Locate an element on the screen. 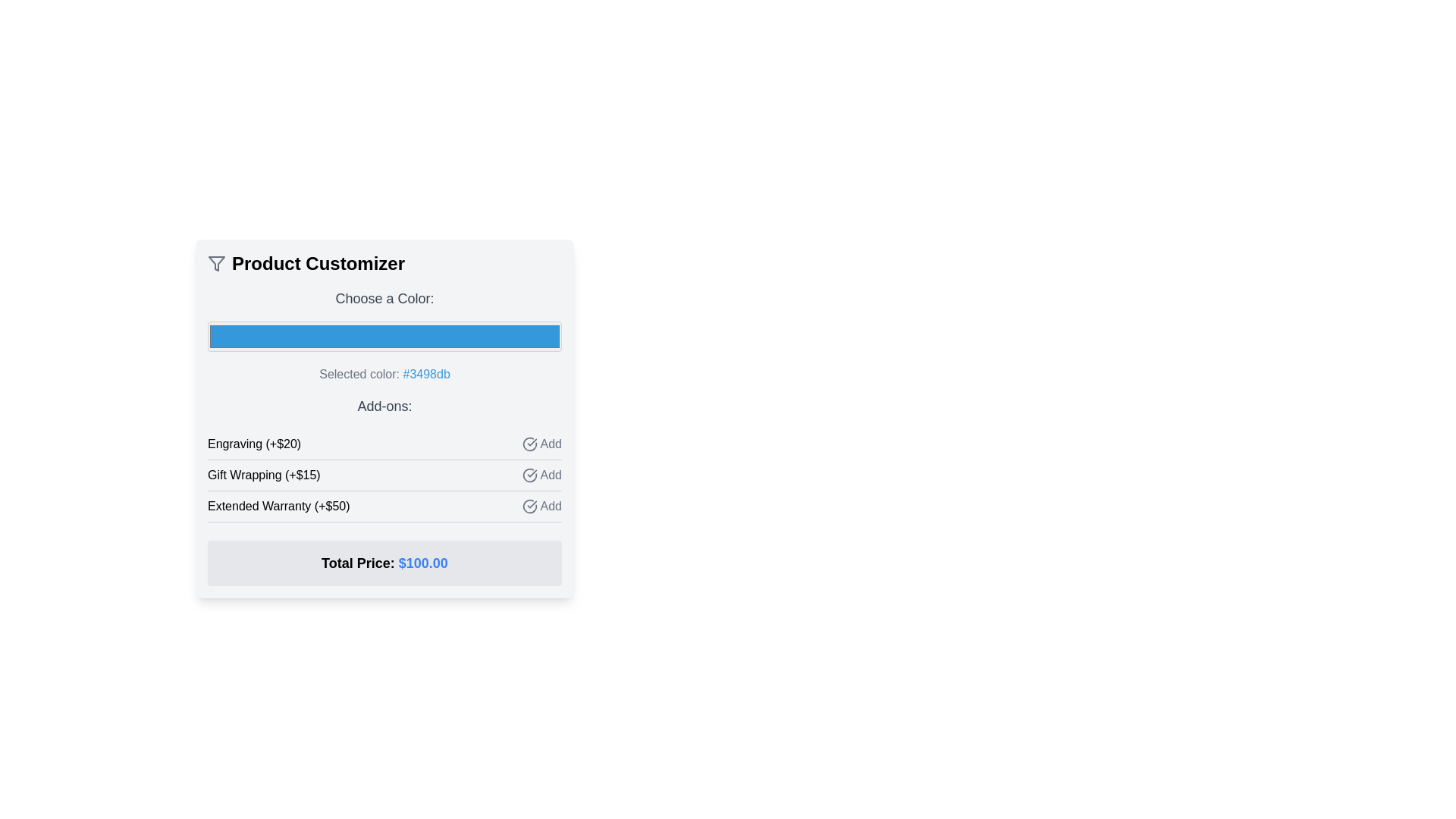 This screenshot has height=819, width=1456. the 'Gift Wrapping (+$15)' button located in the rightmost position of the second row under the 'Add-ons' section is located at coordinates (541, 475).